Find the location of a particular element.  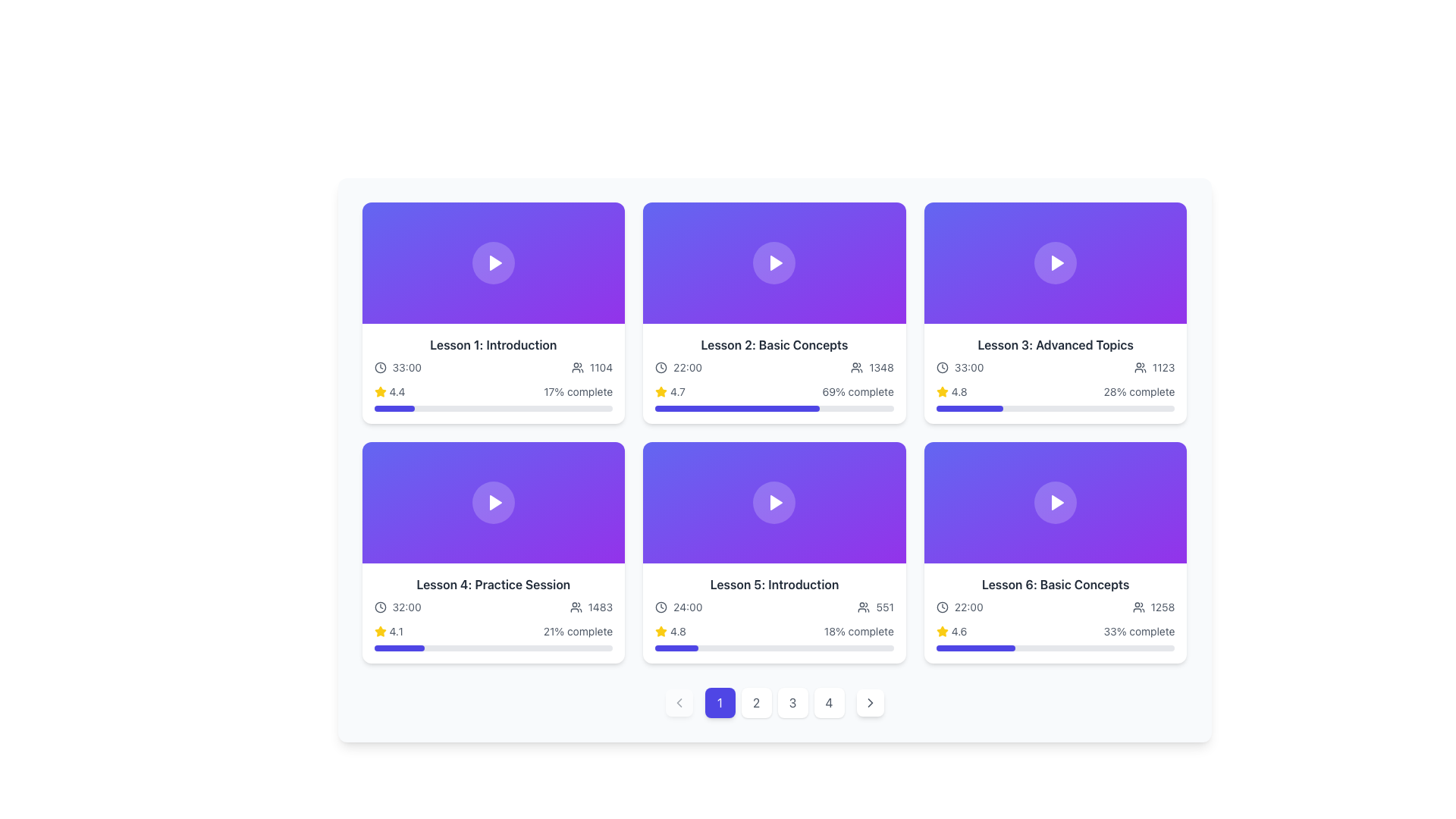

the text label indicating the lesson duration located in the third card of the top row, immediately to the right of the clock icon is located at coordinates (968, 368).